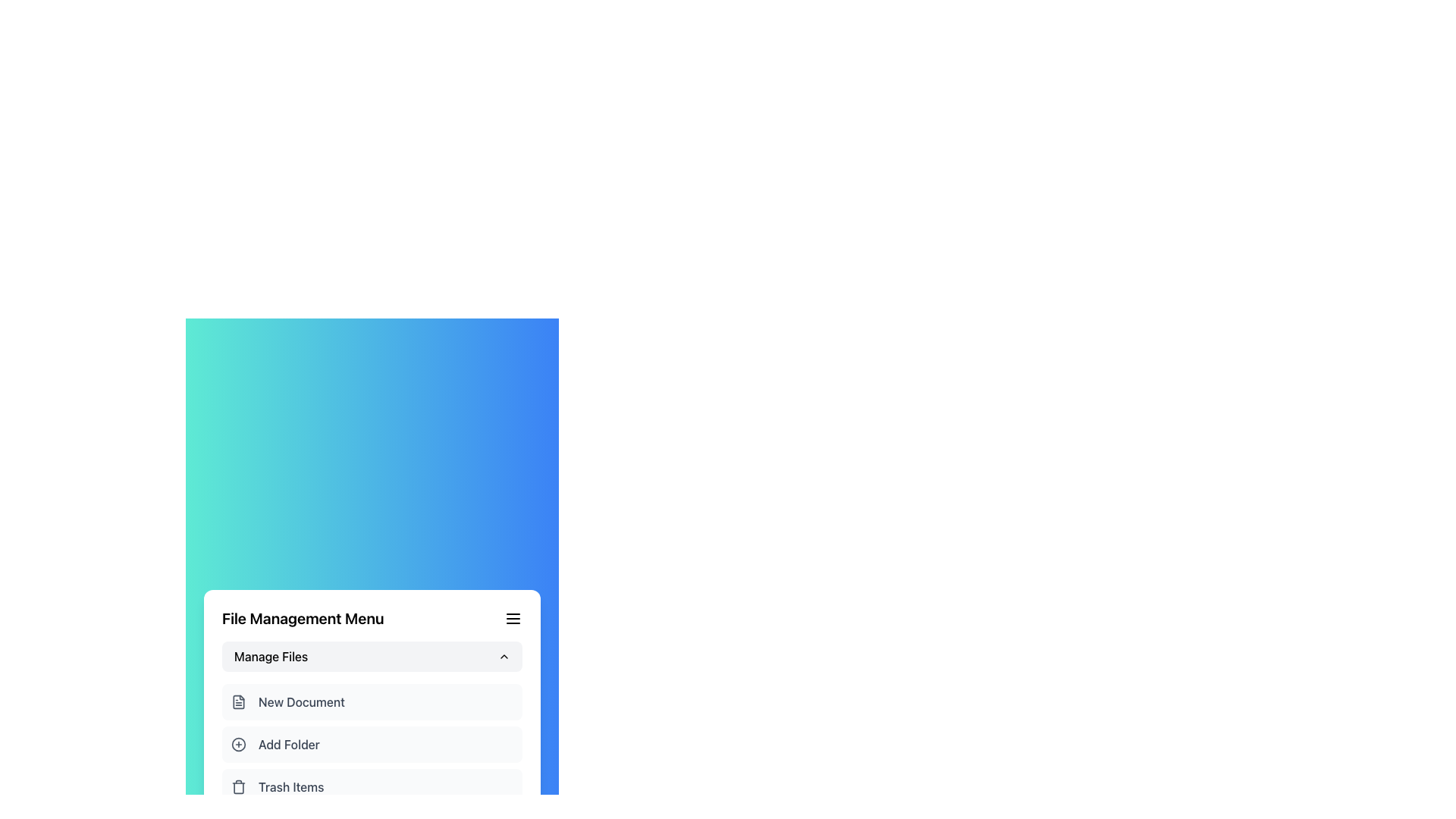 The width and height of the screenshot is (1456, 819). What do you see at coordinates (372, 656) in the screenshot?
I see `the 'Manage Files' button located in the 'File Management Menu'` at bounding box center [372, 656].